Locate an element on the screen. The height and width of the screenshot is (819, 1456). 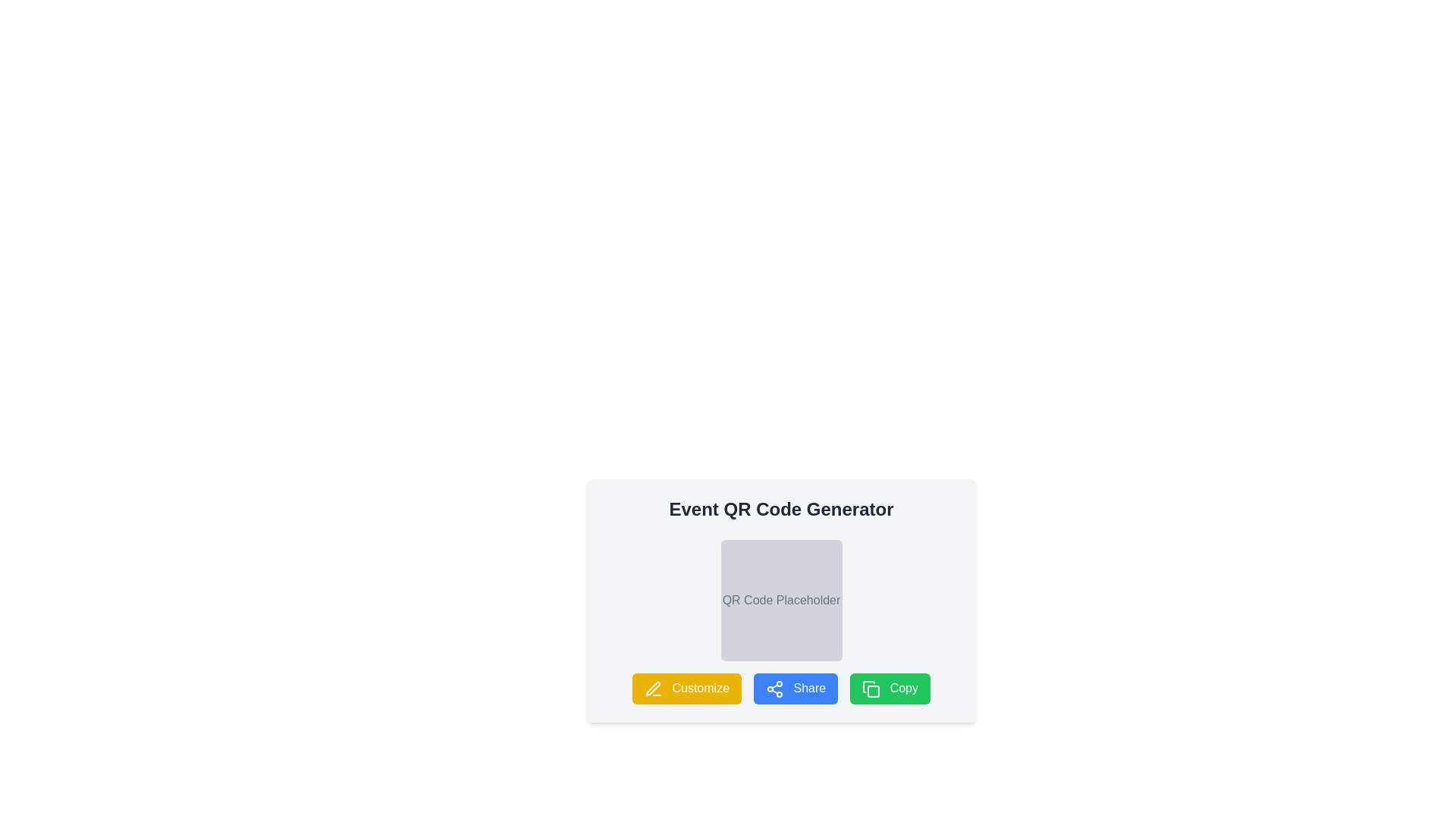
the text label that reads 'QR Code Placeholder', which is centrally positioned within a rounded gray box beneath the 'Event QR Code Generator' heading is located at coordinates (781, 599).